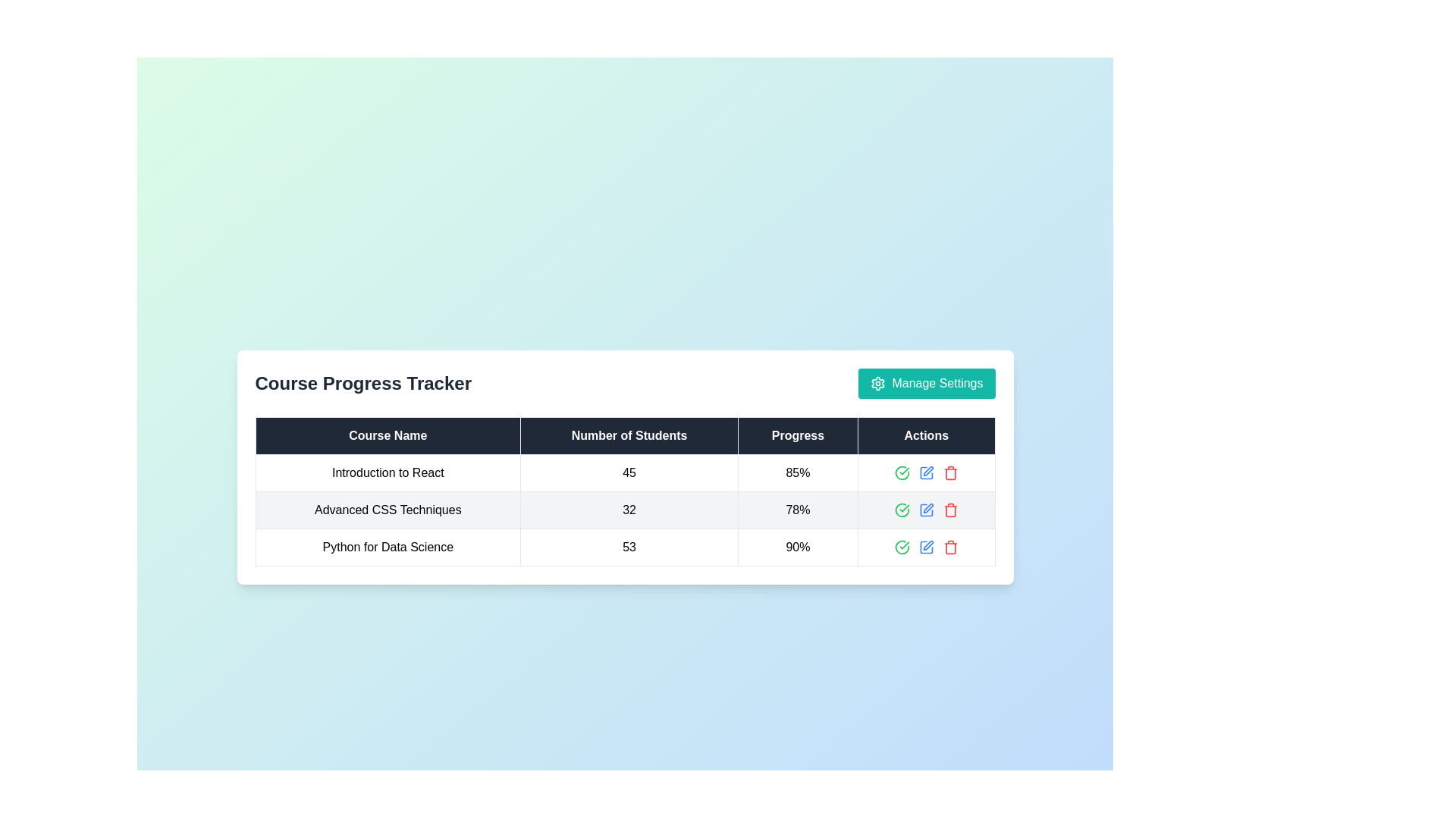 This screenshot has height=819, width=1456. Describe the element at coordinates (925, 510) in the screenshot. I see `the edit icon button in the 'Actions' column for 'Advanced CSS Techniques'` at that location.